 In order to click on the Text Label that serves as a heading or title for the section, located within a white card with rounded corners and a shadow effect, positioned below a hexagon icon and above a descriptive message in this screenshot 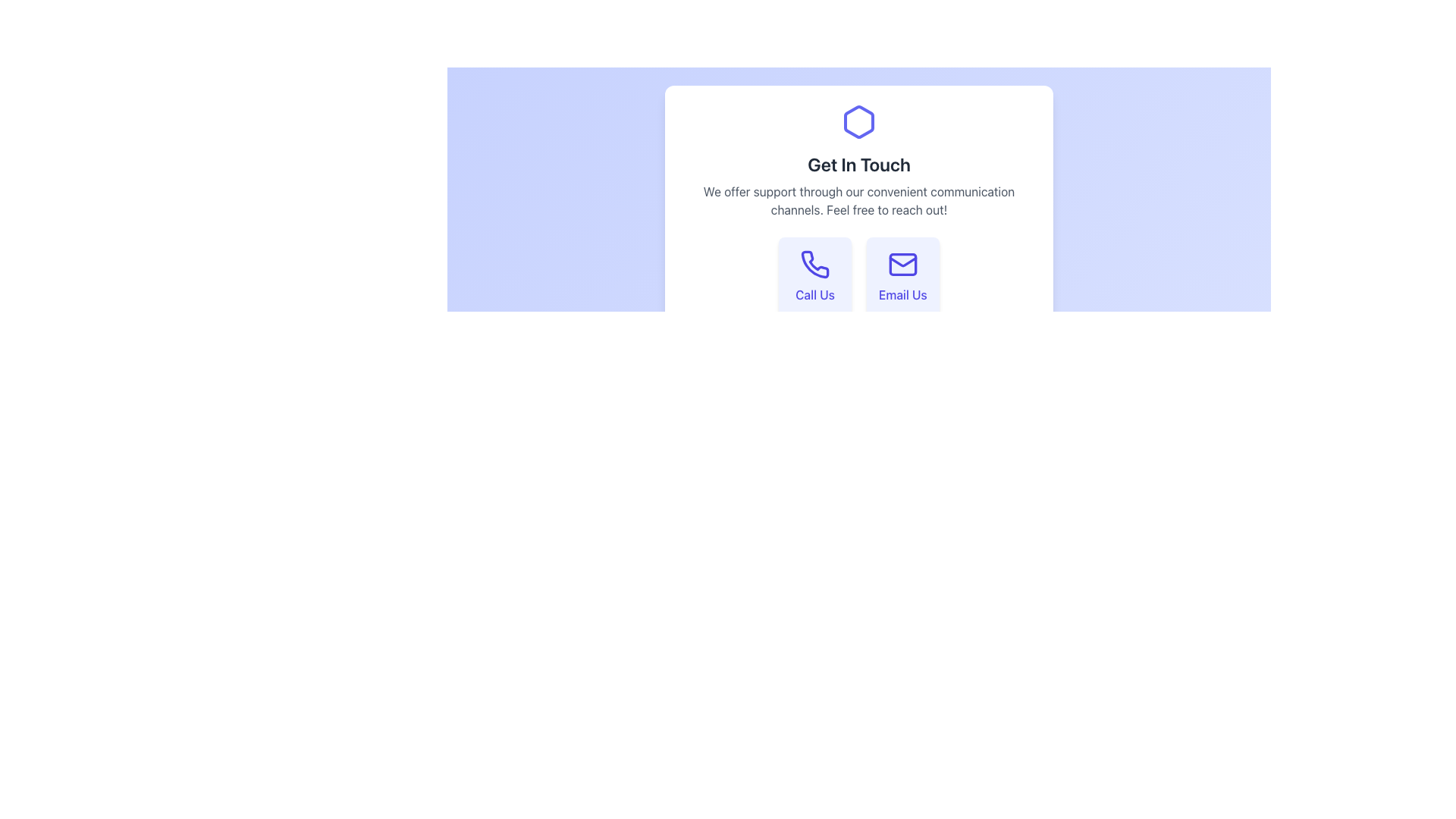, I will do `click(858, 164)`.